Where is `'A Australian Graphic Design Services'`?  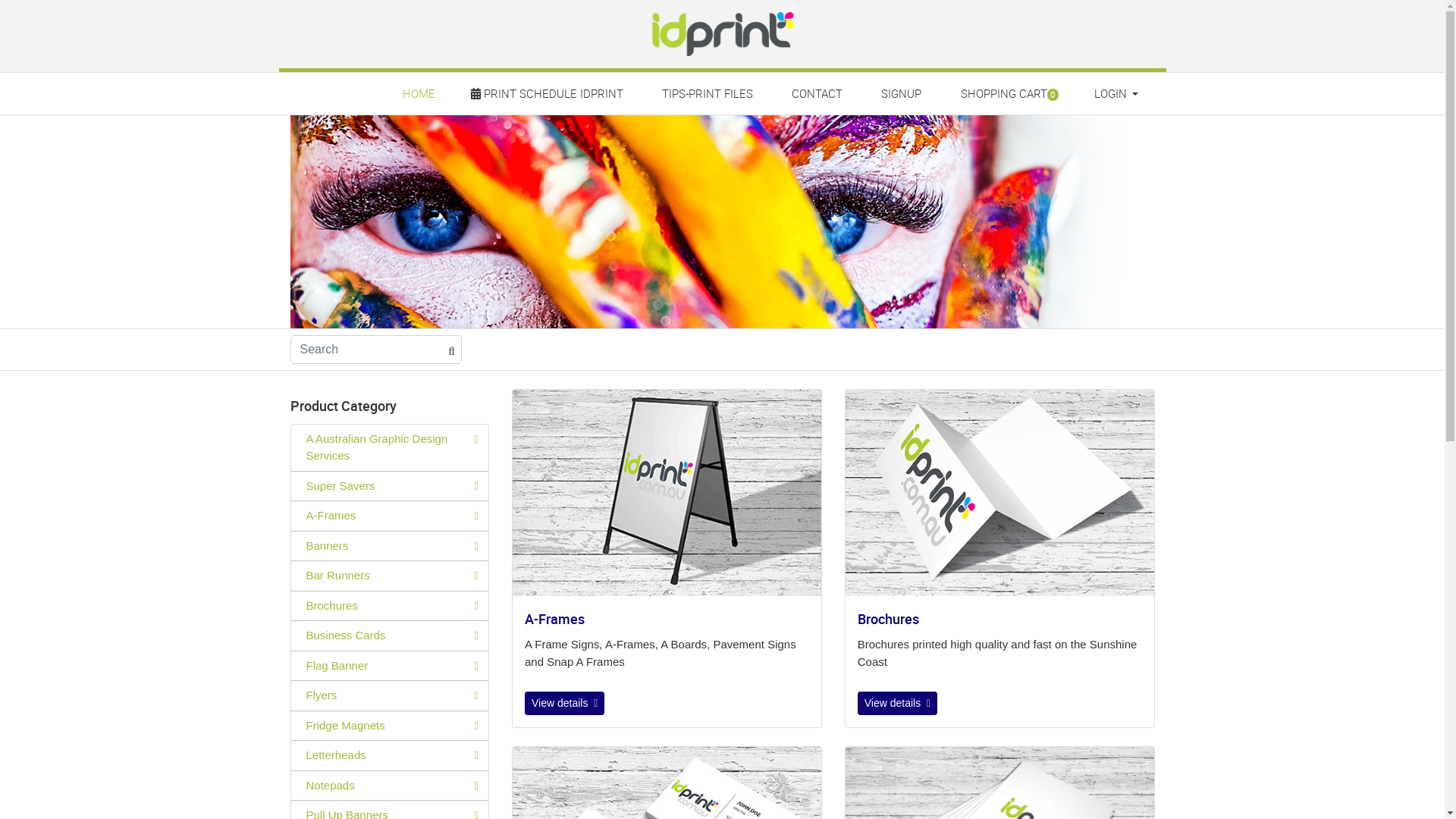
'A Australian Graphic Design Services' is located at coordinates (291, 447).